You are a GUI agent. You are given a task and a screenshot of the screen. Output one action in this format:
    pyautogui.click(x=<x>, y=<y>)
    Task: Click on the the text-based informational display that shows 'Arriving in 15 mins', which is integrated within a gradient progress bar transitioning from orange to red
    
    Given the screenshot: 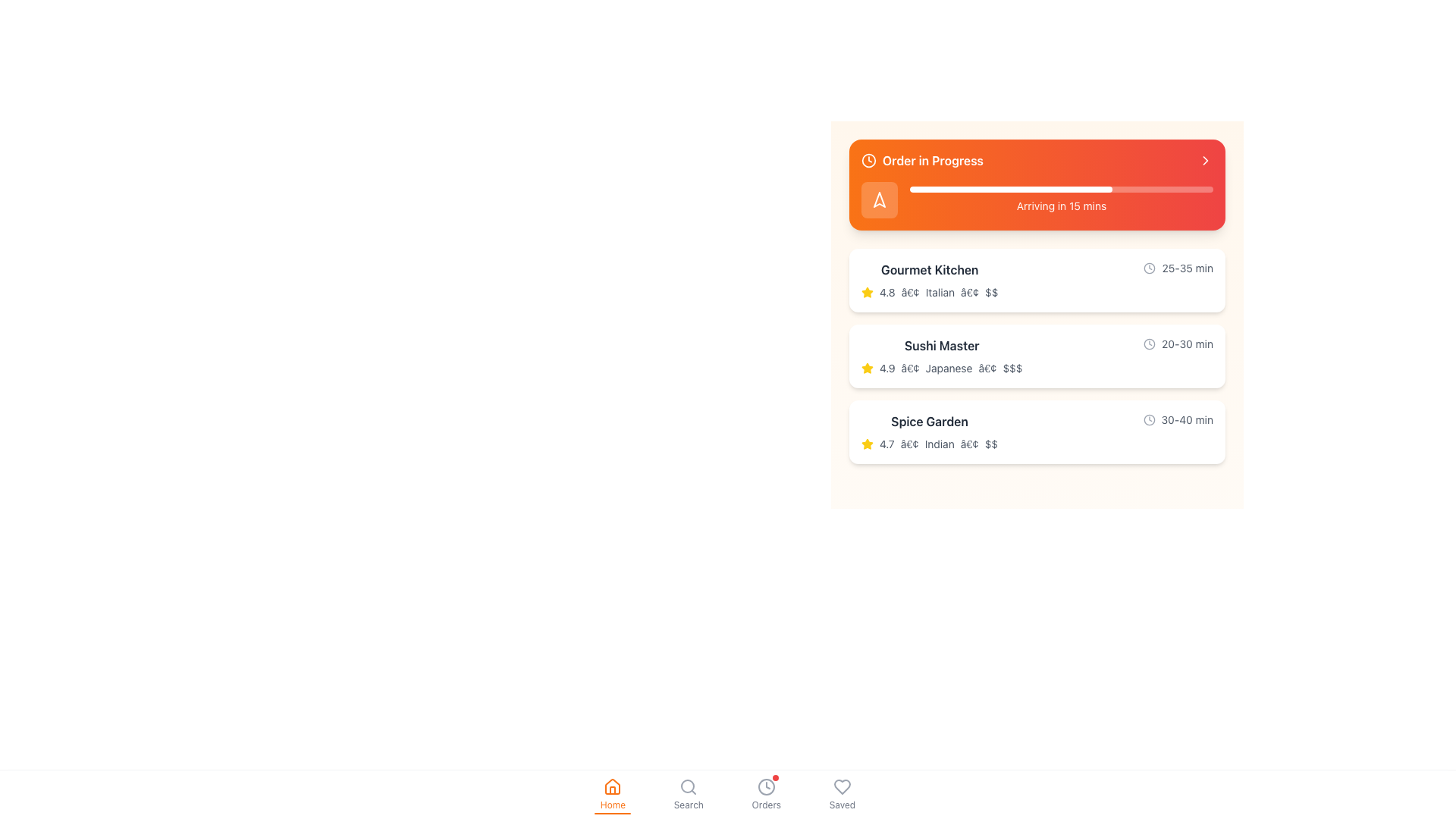 What is the action you would take?
    pyautogui.click(x=1037, y=199)
    